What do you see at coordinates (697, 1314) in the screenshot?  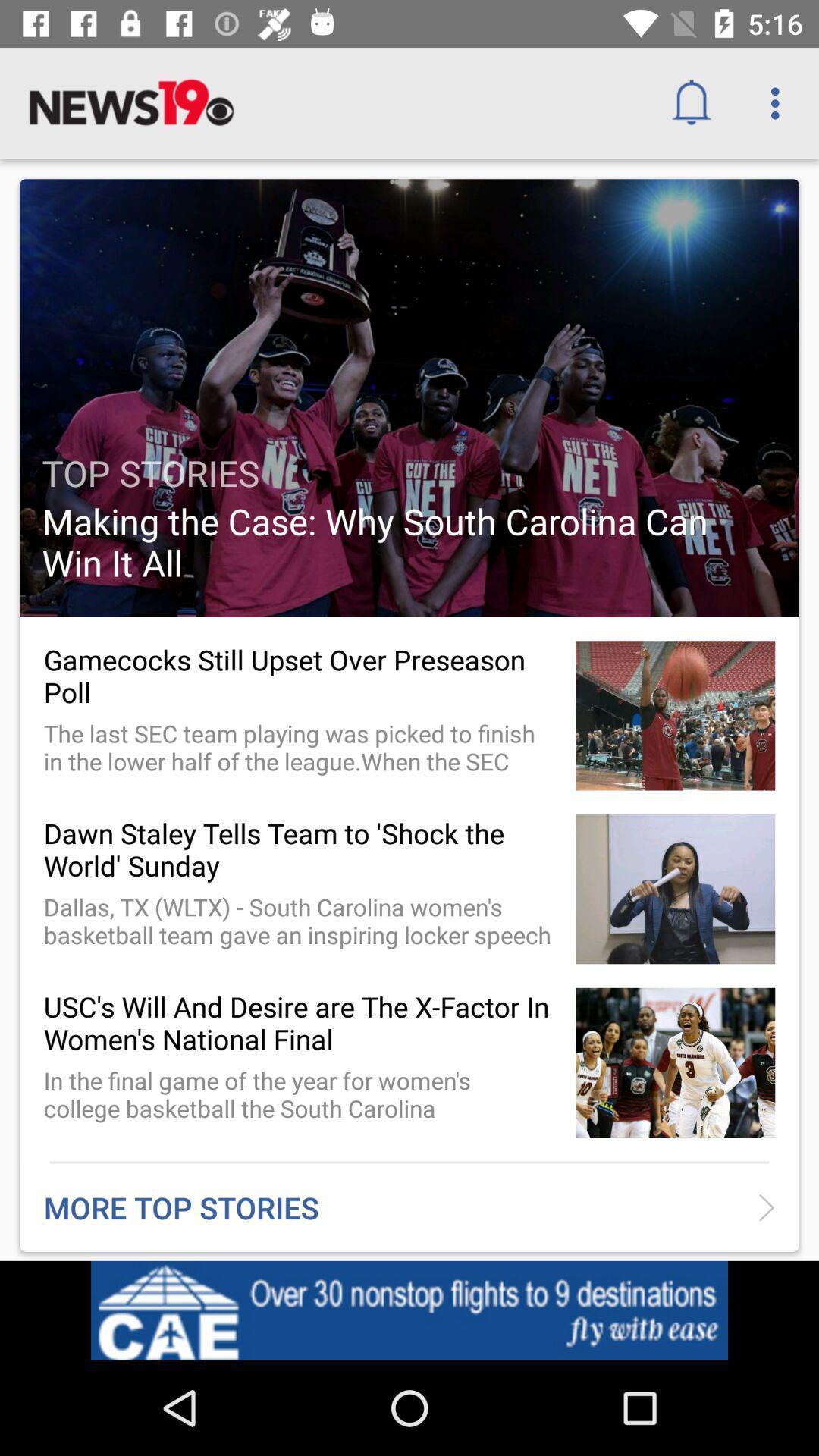 I see `icon to the right of the san francisco icon` at bounding box center [697, 1314].